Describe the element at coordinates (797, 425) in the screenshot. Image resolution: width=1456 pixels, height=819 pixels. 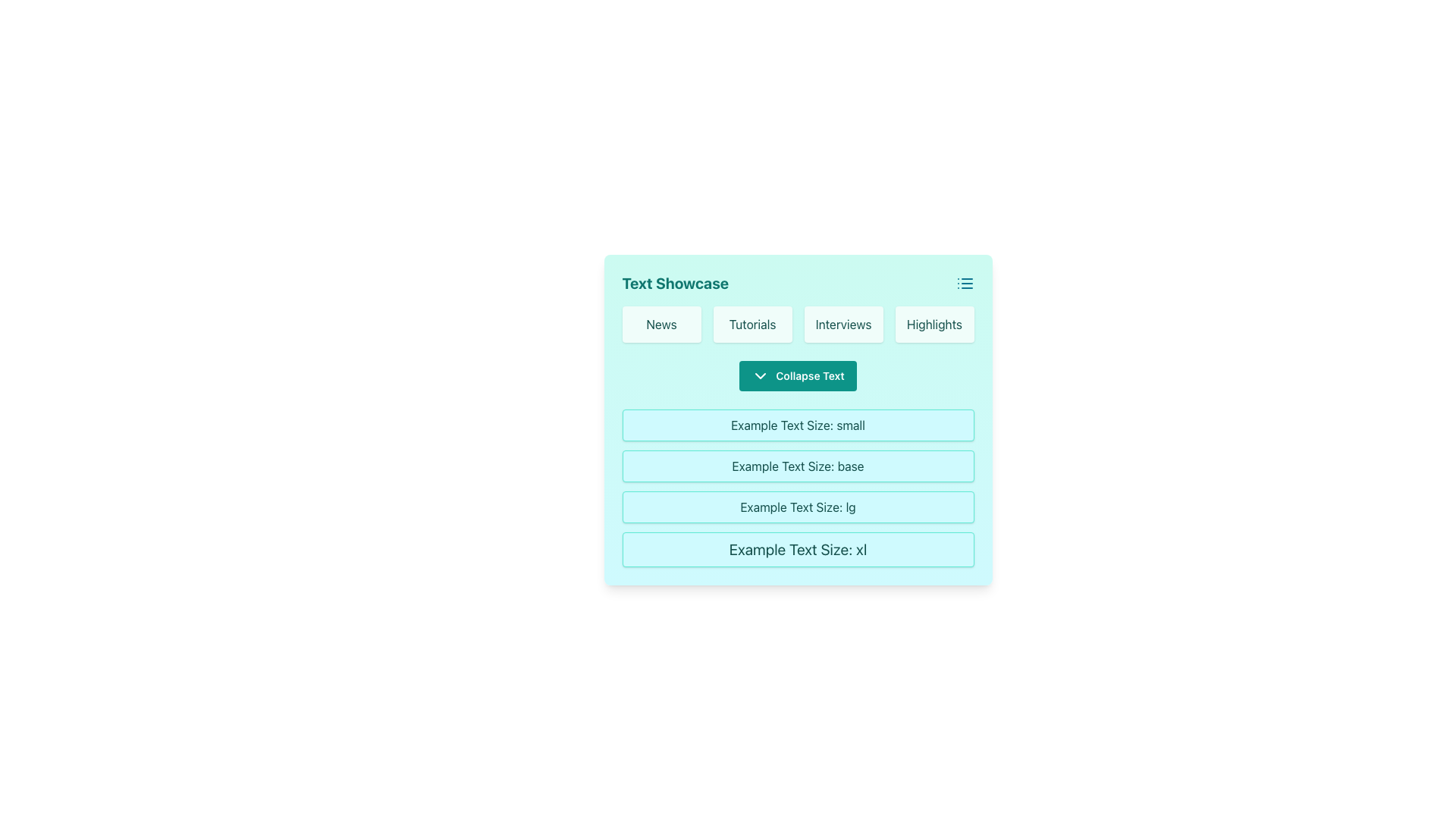
I see `the static text display box that shows 'Example Text Size: small', positioned between the 'Collapse Text' button and the text 'Example Text Size: base'` at that location.